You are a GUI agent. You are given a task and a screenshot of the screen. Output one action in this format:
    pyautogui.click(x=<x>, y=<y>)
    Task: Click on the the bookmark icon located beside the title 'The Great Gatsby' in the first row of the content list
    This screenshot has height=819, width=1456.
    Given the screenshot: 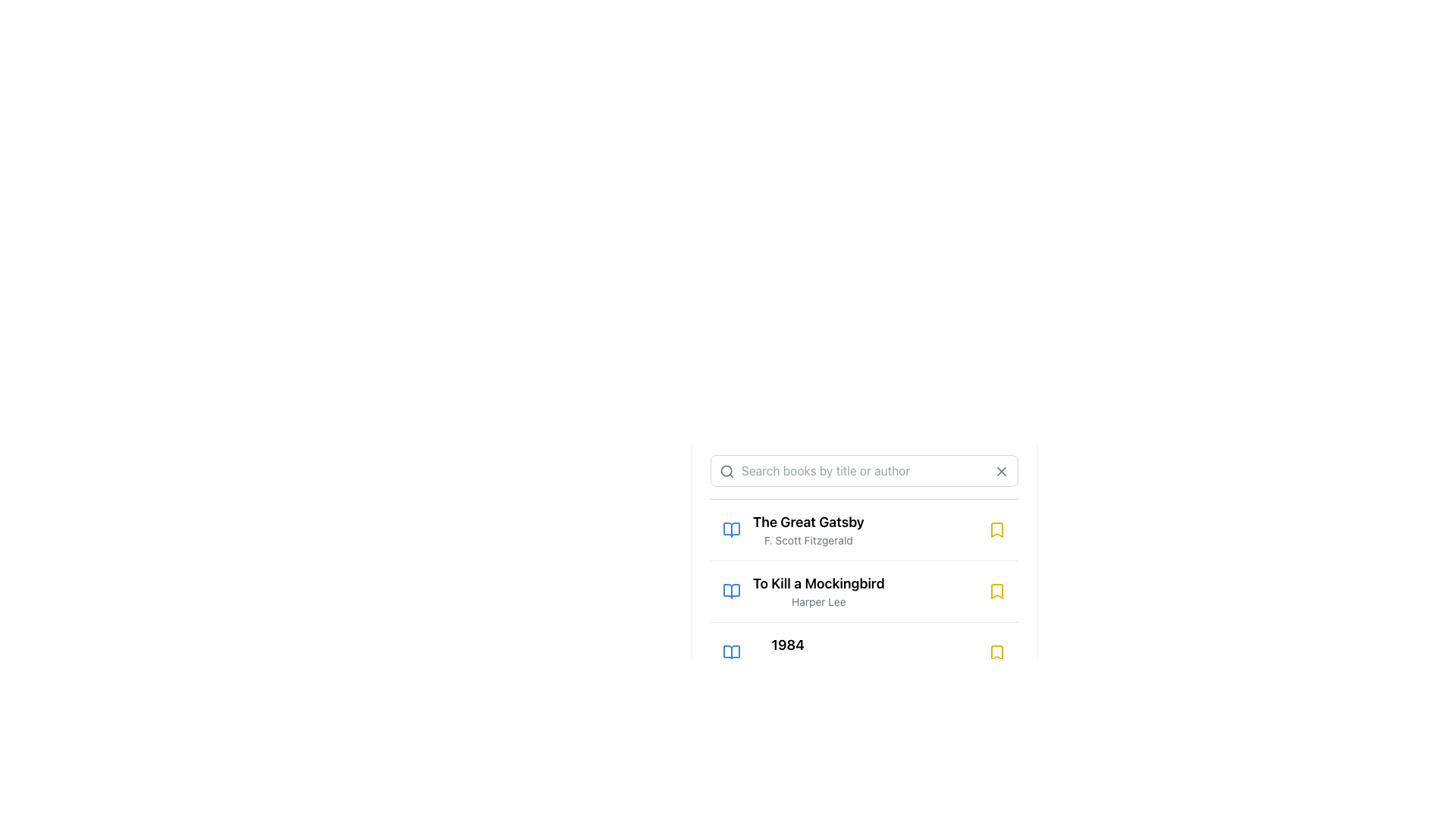 What is the action you would take?
    pyautogui.click(x=997, y=529)
    